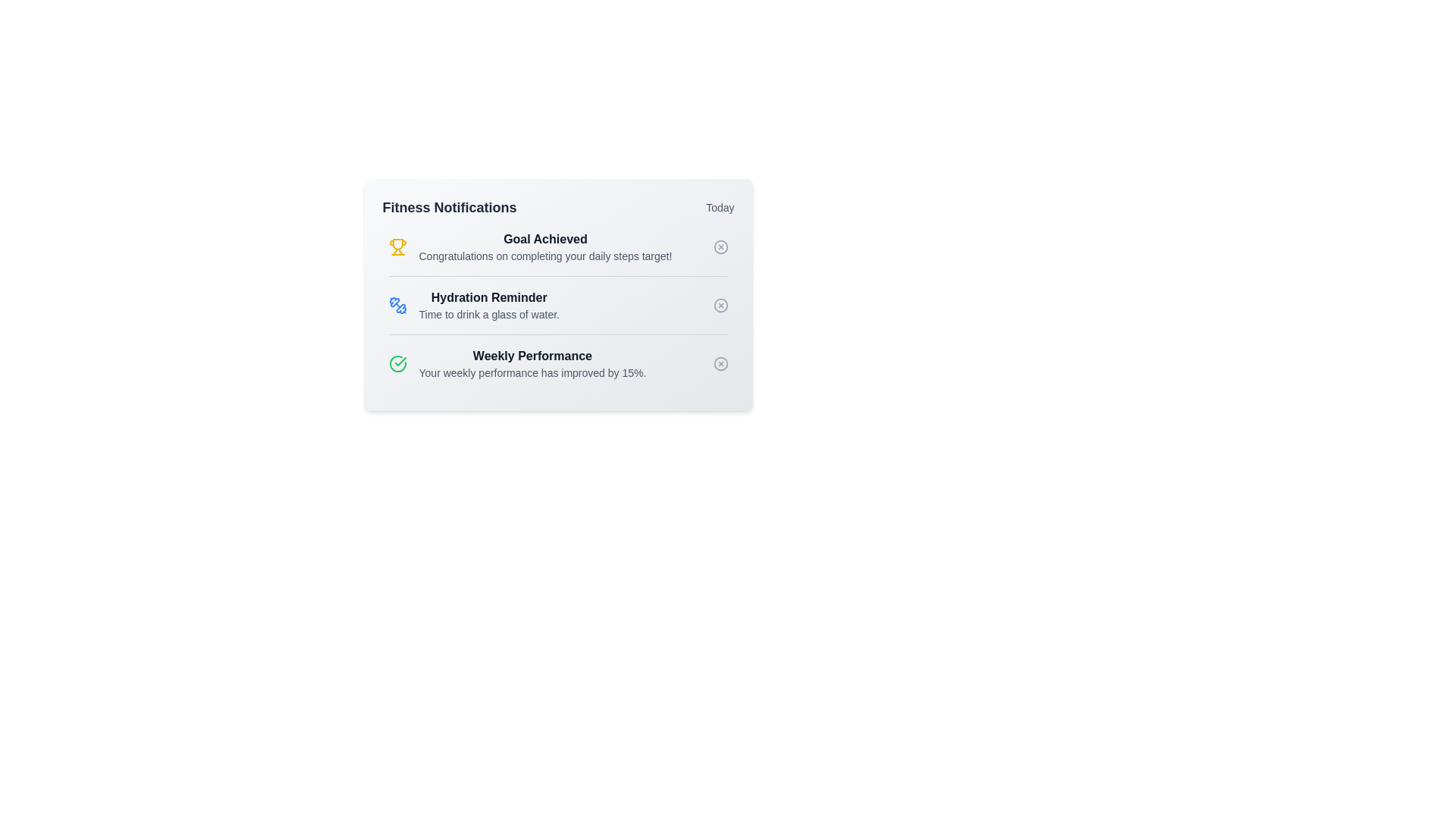 This screenshot has width=1456, height=819. Describe the element at coordinates (719, 207) in the screenshot. I see `text content of the text label displaying 'Today', located in the top right corner next to the 'Fitness Notifications' heading` at that location.